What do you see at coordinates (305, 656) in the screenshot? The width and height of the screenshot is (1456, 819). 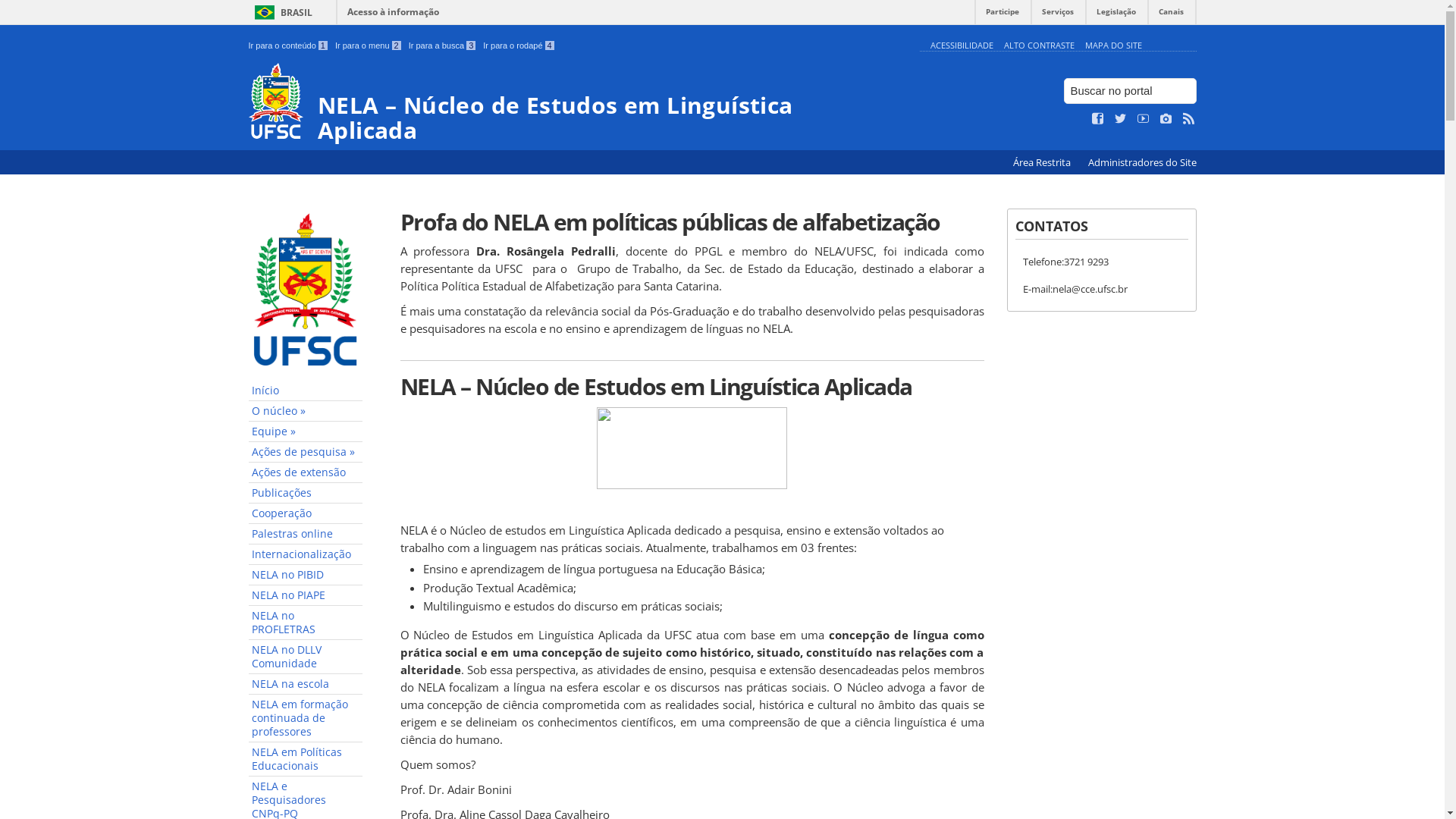 I see `'NELA no DLLV Comunidade'` at bounding box center [305, 656].